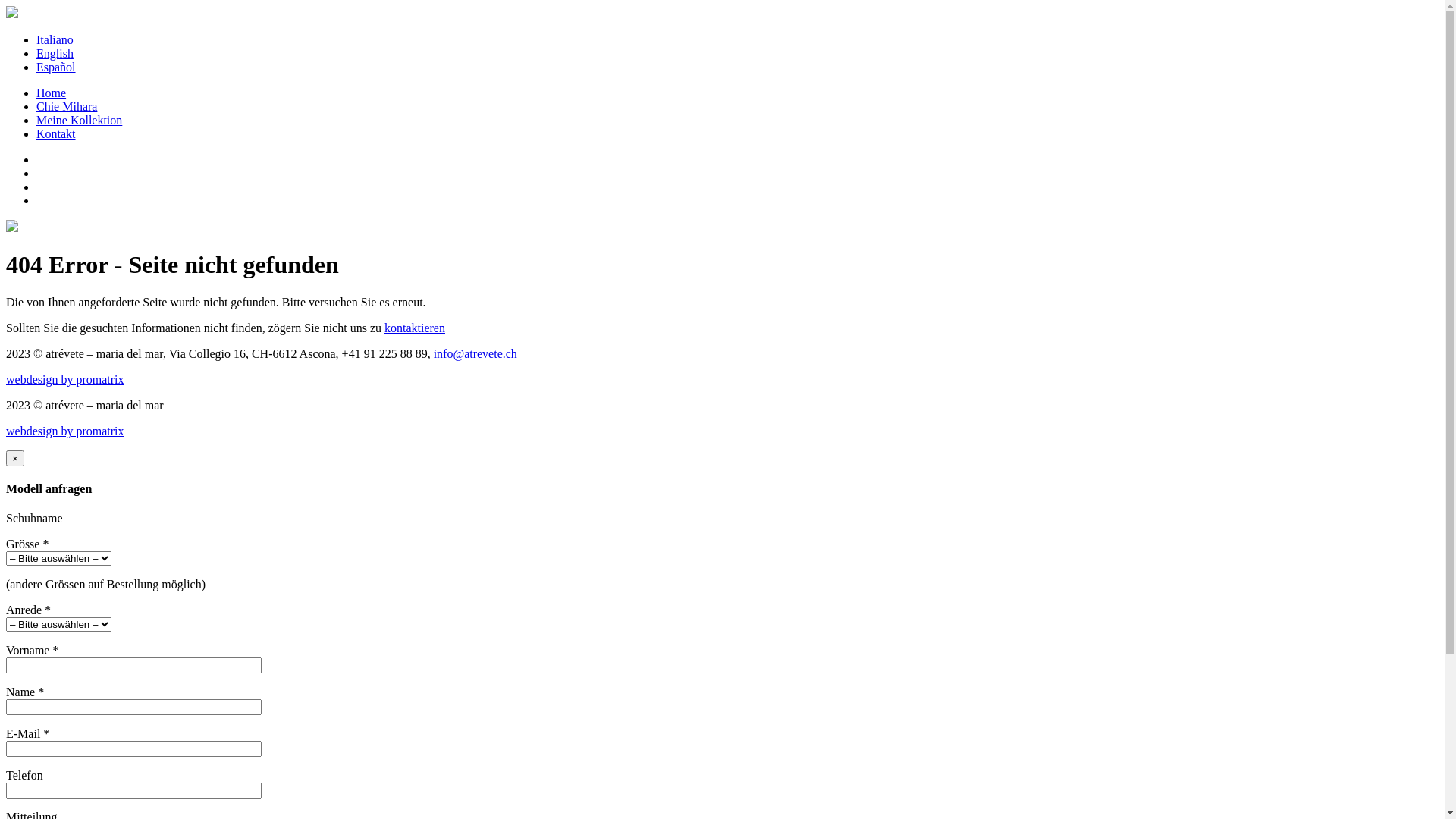 This screenshot has height=819, width=1456. I want to click on 'kontaktieren', so click(415, 327).